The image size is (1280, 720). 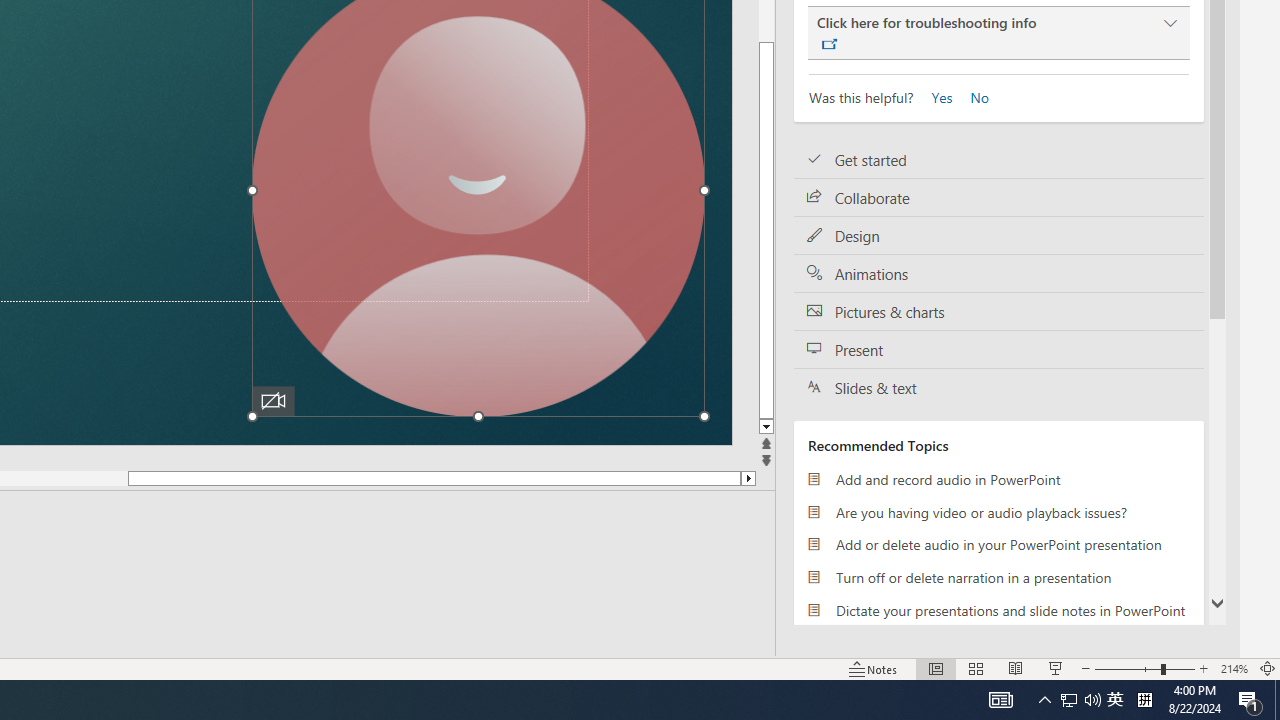 I want to click on 'Are you having video or audio playback issues?', so click(x=999, y=511).